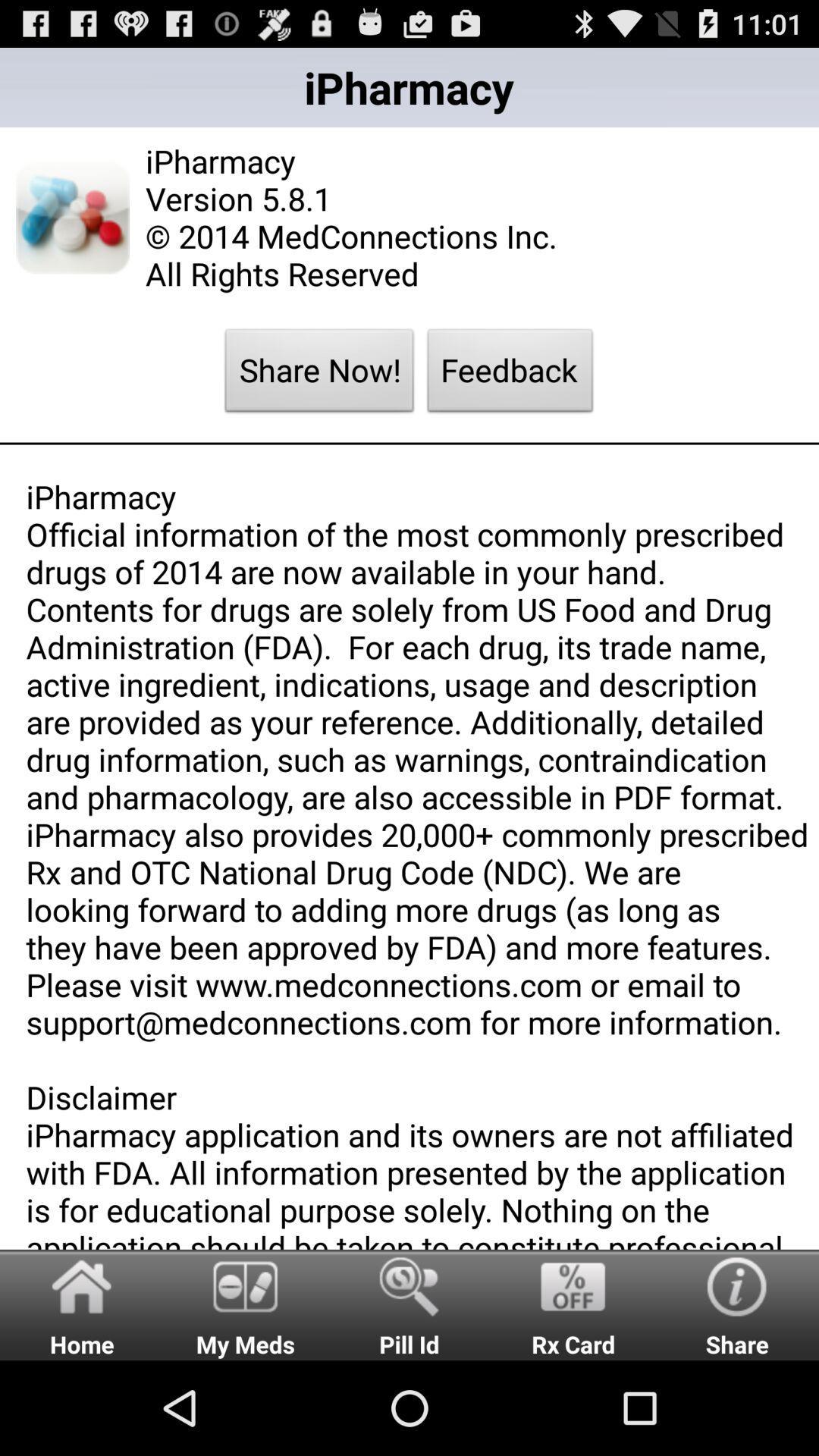 The height and width of the screenshot is (1456, 819). I want to click on item to the right of pill id radio button, so click(573, 1304).